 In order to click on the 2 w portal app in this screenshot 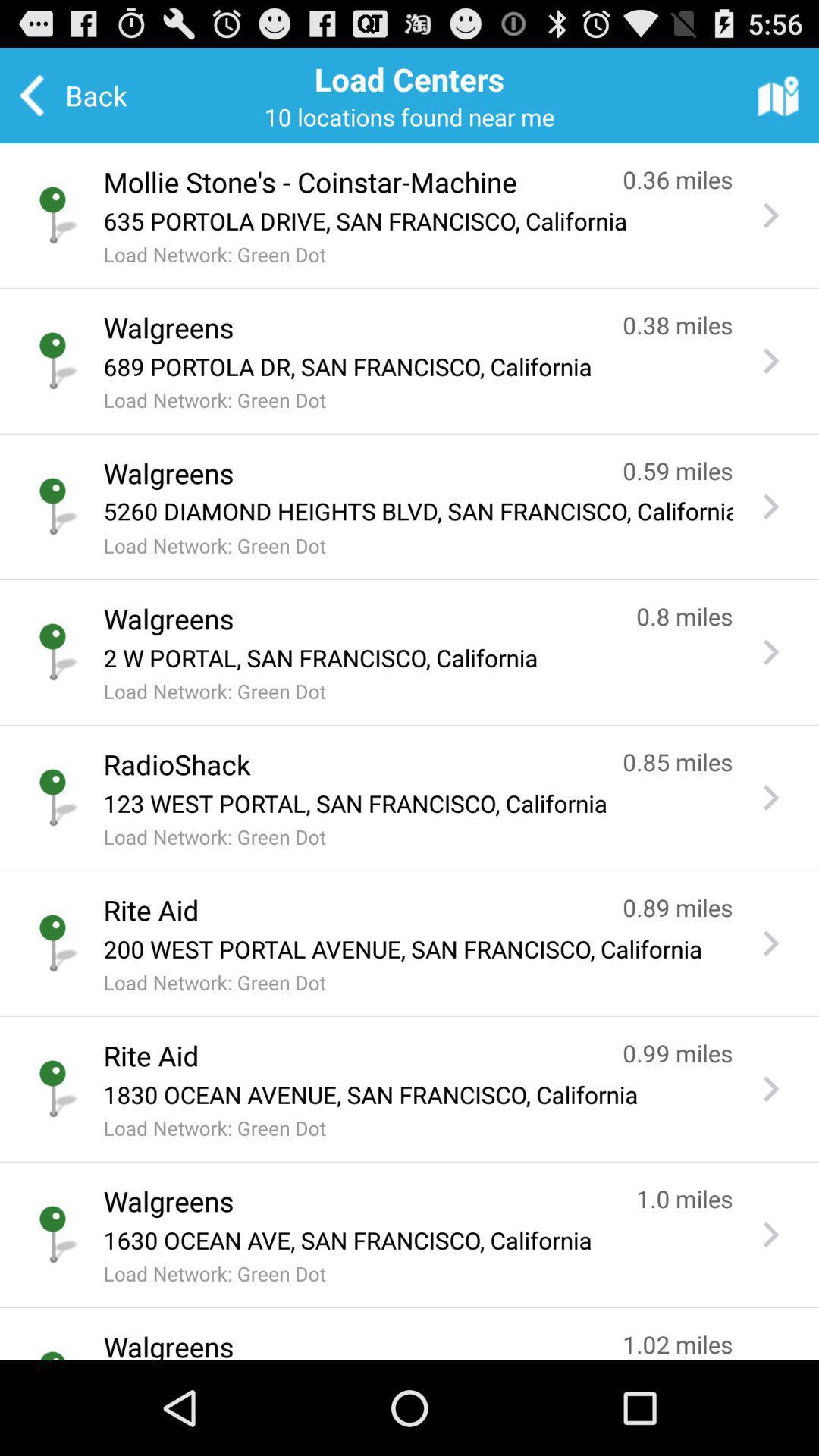, I will do `click(418, 657)`.